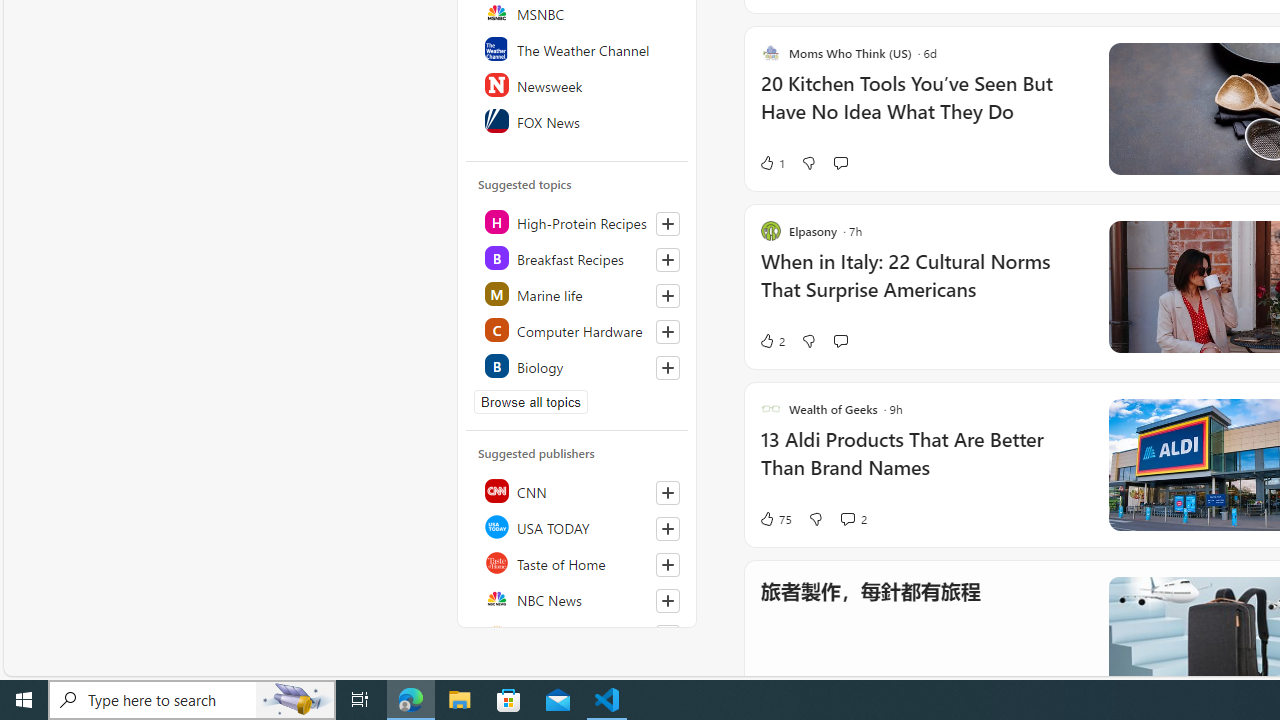 The image size is (1280, 720). What do you see at coordinates (577, 491) in the screenshot?
I see `'CNN'` at bounding box center [577, 491].